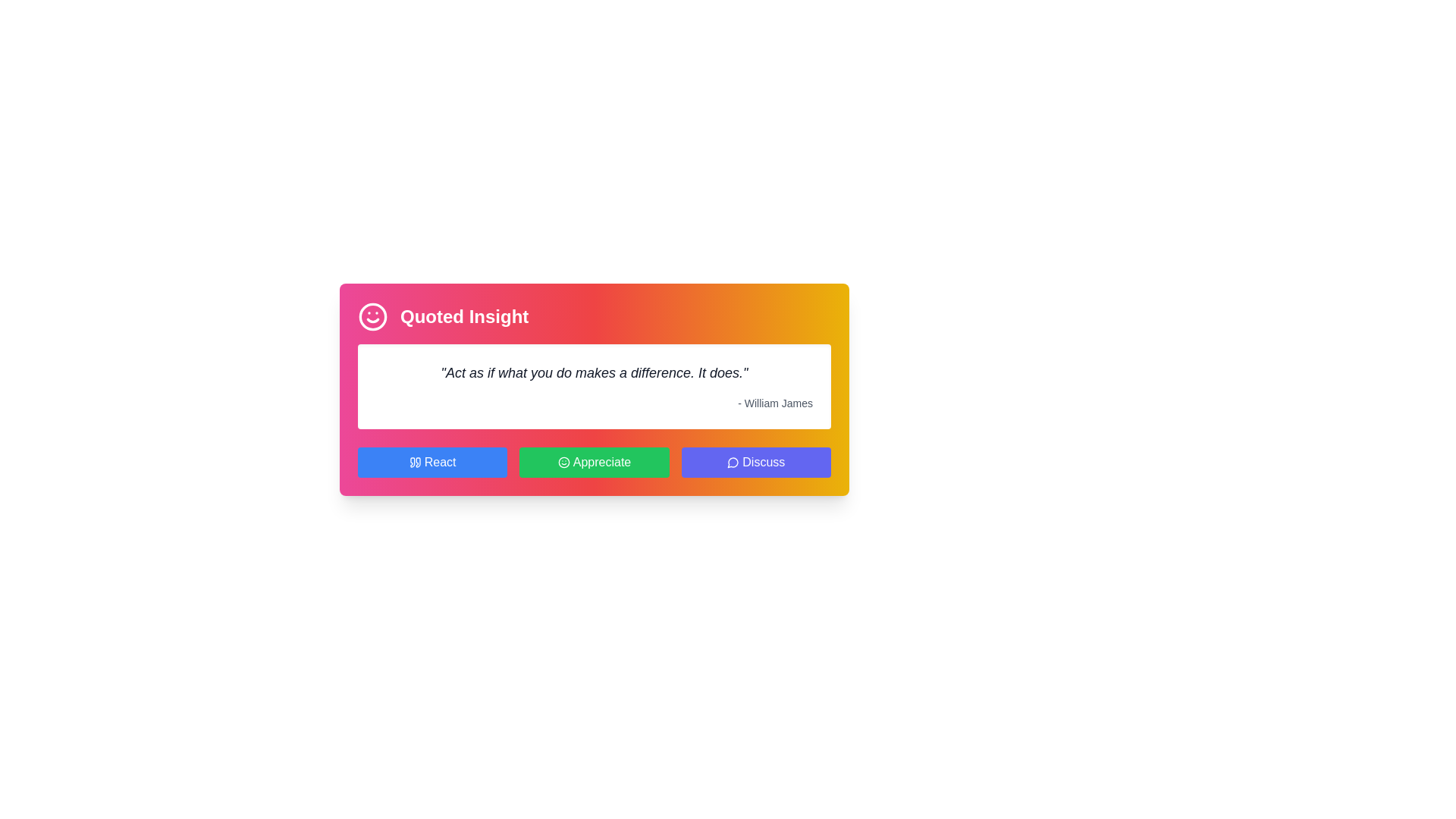 This screenshot has width=1456, height=819. I want to click on the second quotation mark icon located in the top-left corner of the card, which enhances the visual theme of the quoted text below, so click(413, 461).